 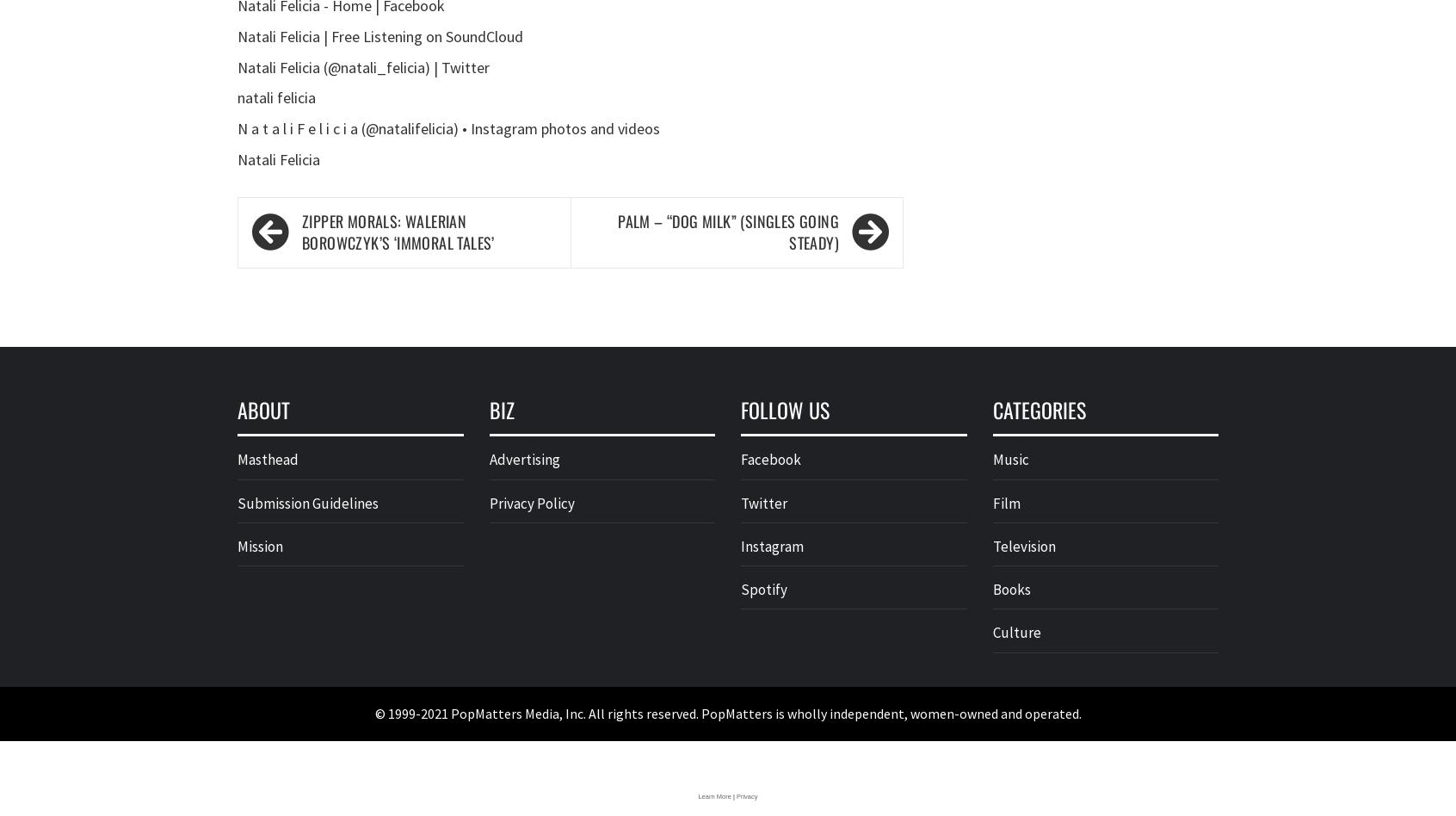 I want to click on 'Natali Felicia (@natali_felicia) | Twitter', so click(x=363, y=66).